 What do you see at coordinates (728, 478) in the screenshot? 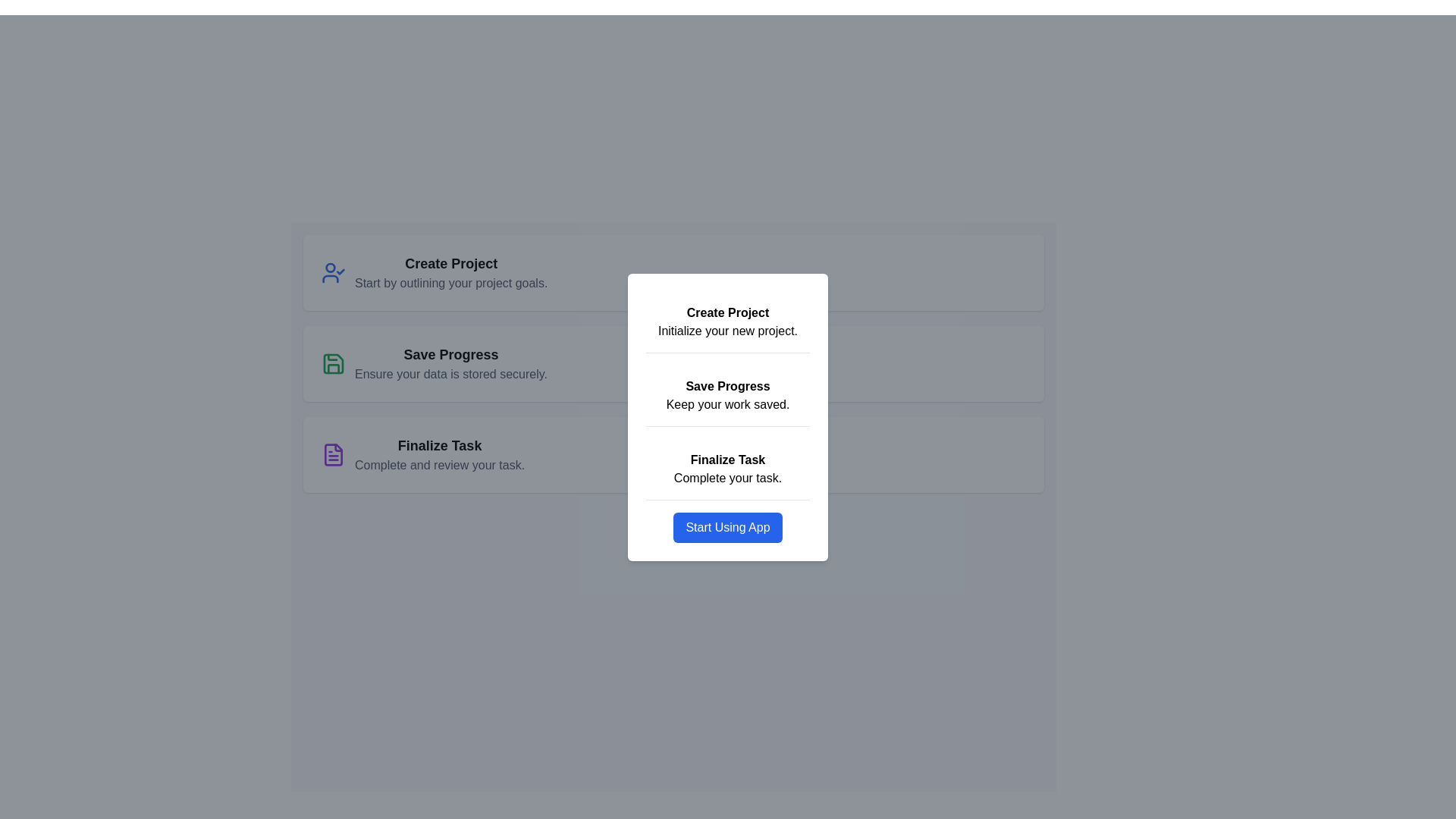
I see `the static text reading 'Complete your task.' which is located below the bolded heading 'Finalize Task' in the right-hand panel card` at bounding box center [728, 478].